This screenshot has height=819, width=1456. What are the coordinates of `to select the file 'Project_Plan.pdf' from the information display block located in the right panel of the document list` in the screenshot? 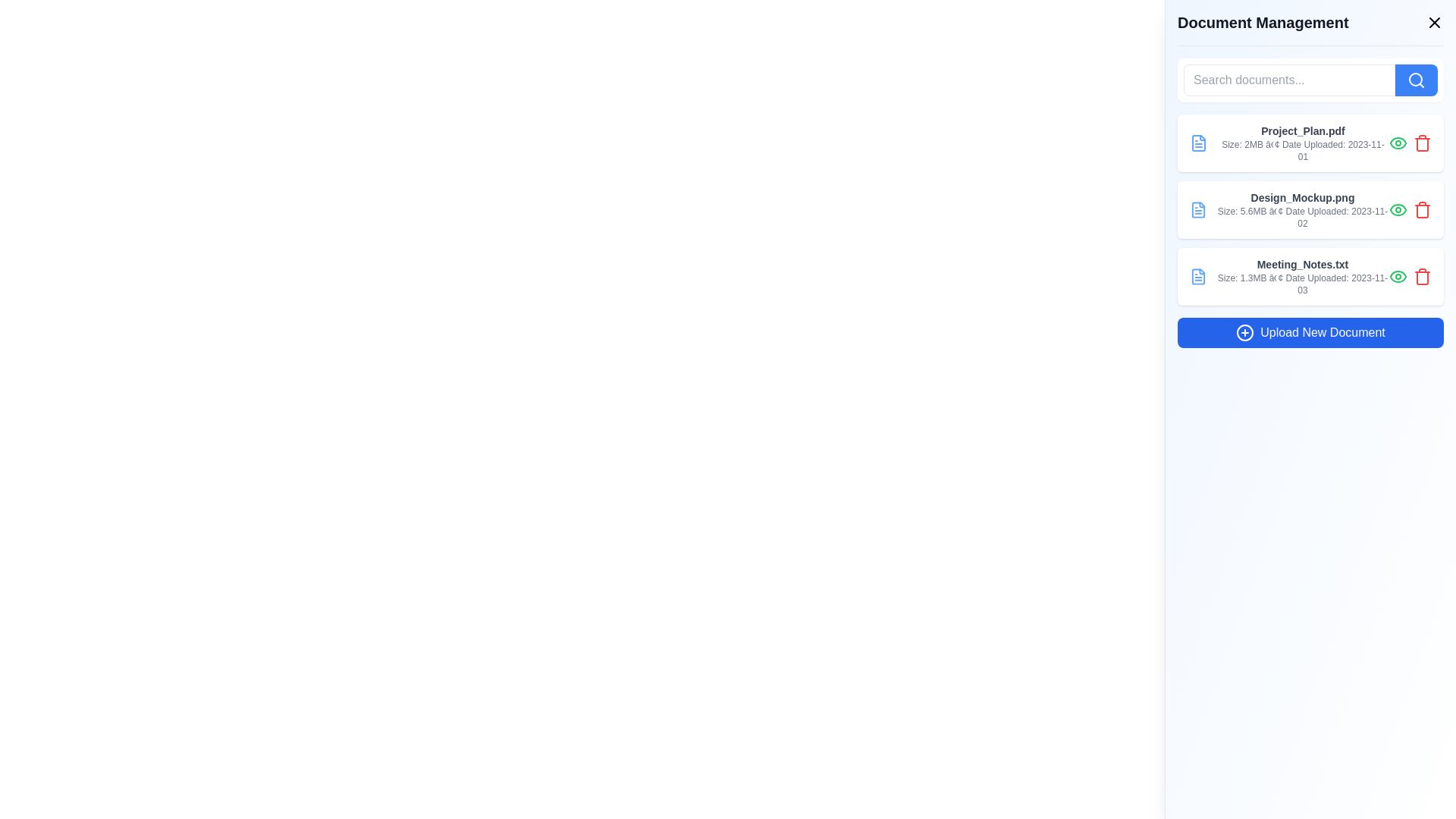 It's located at (1302, 143).